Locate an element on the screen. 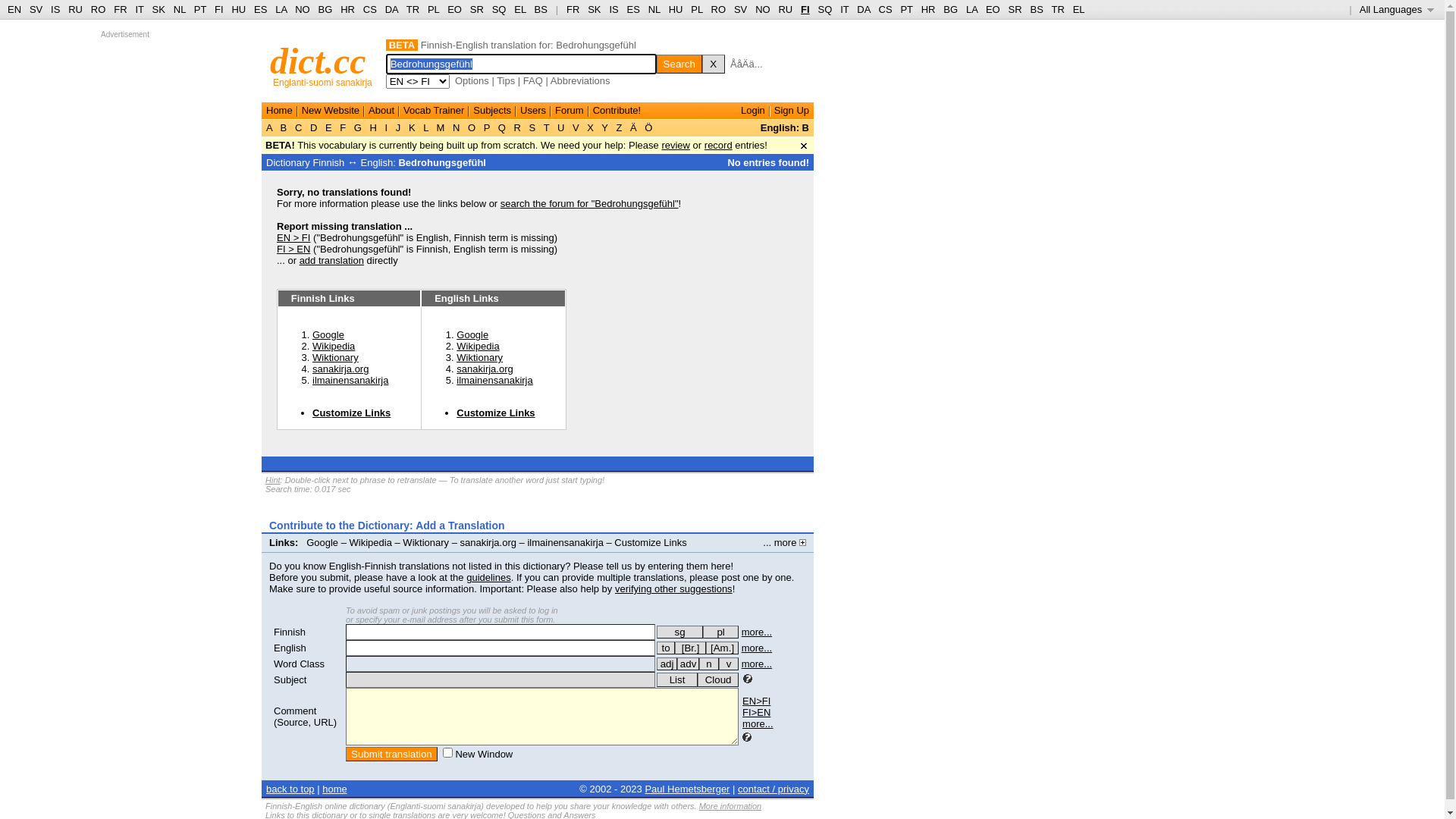 This screenshot has height=819, width=1456. 'v' is located at coordinates (718, 663).